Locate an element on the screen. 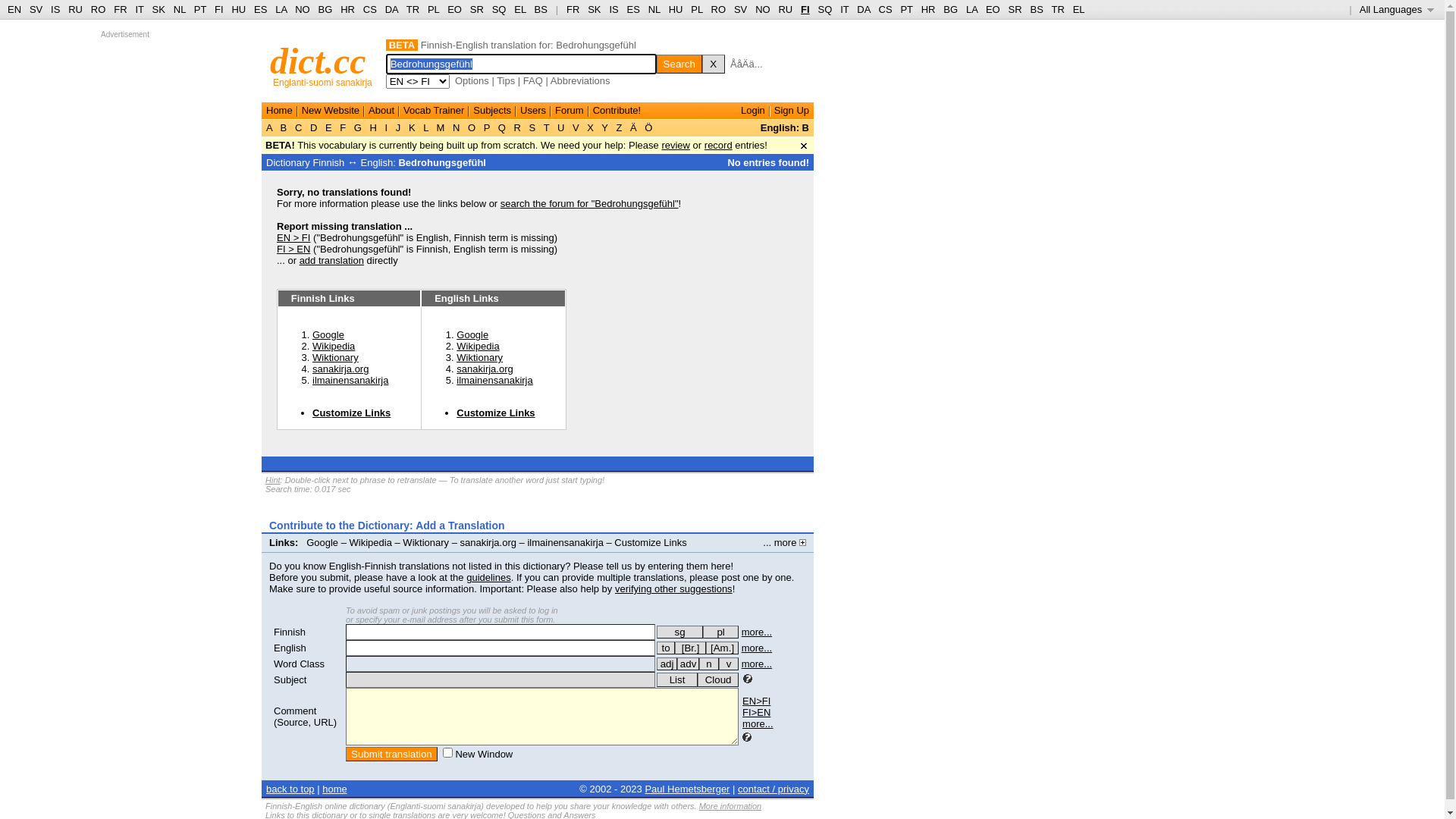 This screenshot has height=819, width=1456. 'v' is located at coordinates (718, 663).